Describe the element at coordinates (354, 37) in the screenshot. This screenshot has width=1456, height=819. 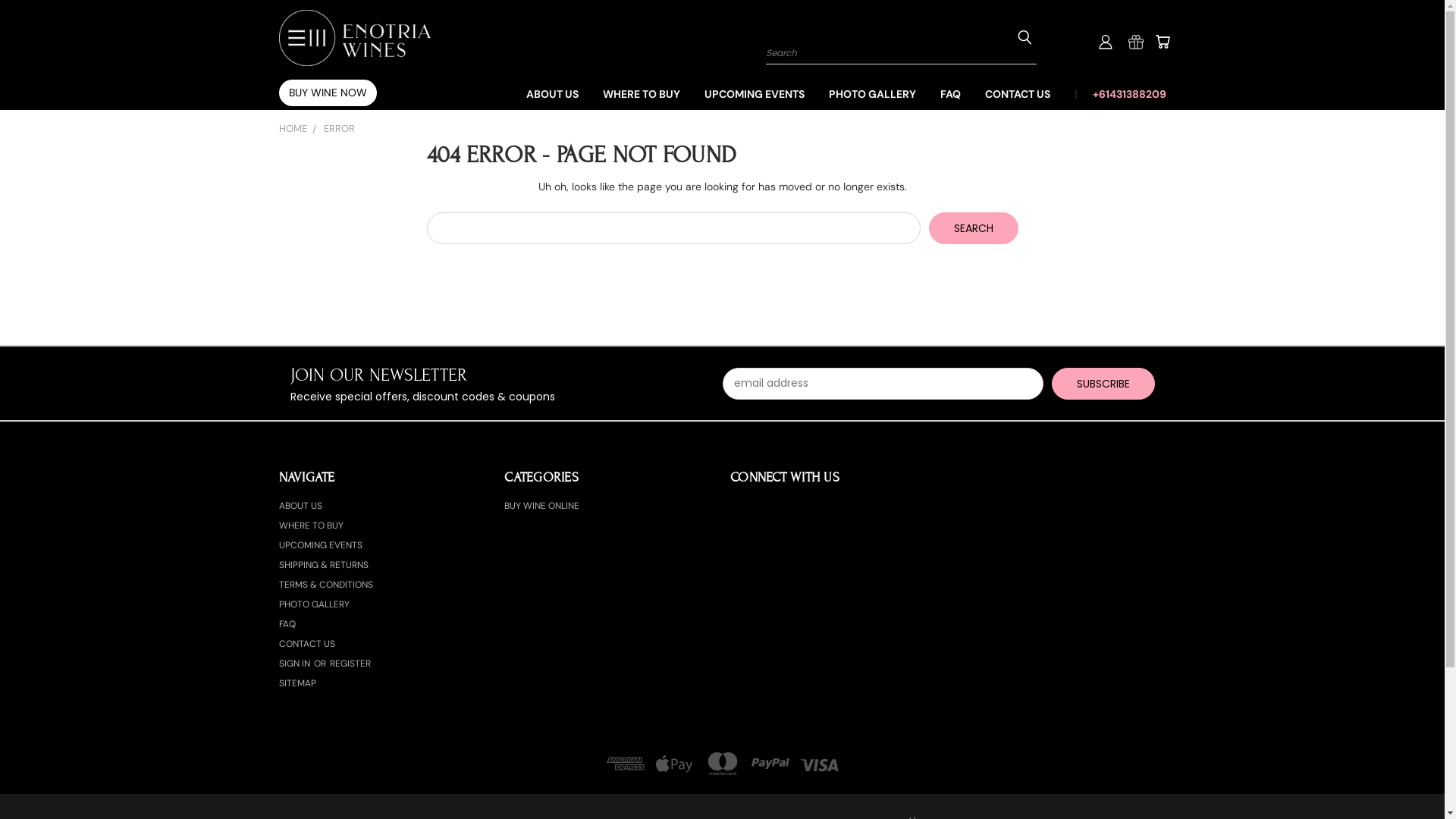
I see `'Enotria Wines'` at that location.